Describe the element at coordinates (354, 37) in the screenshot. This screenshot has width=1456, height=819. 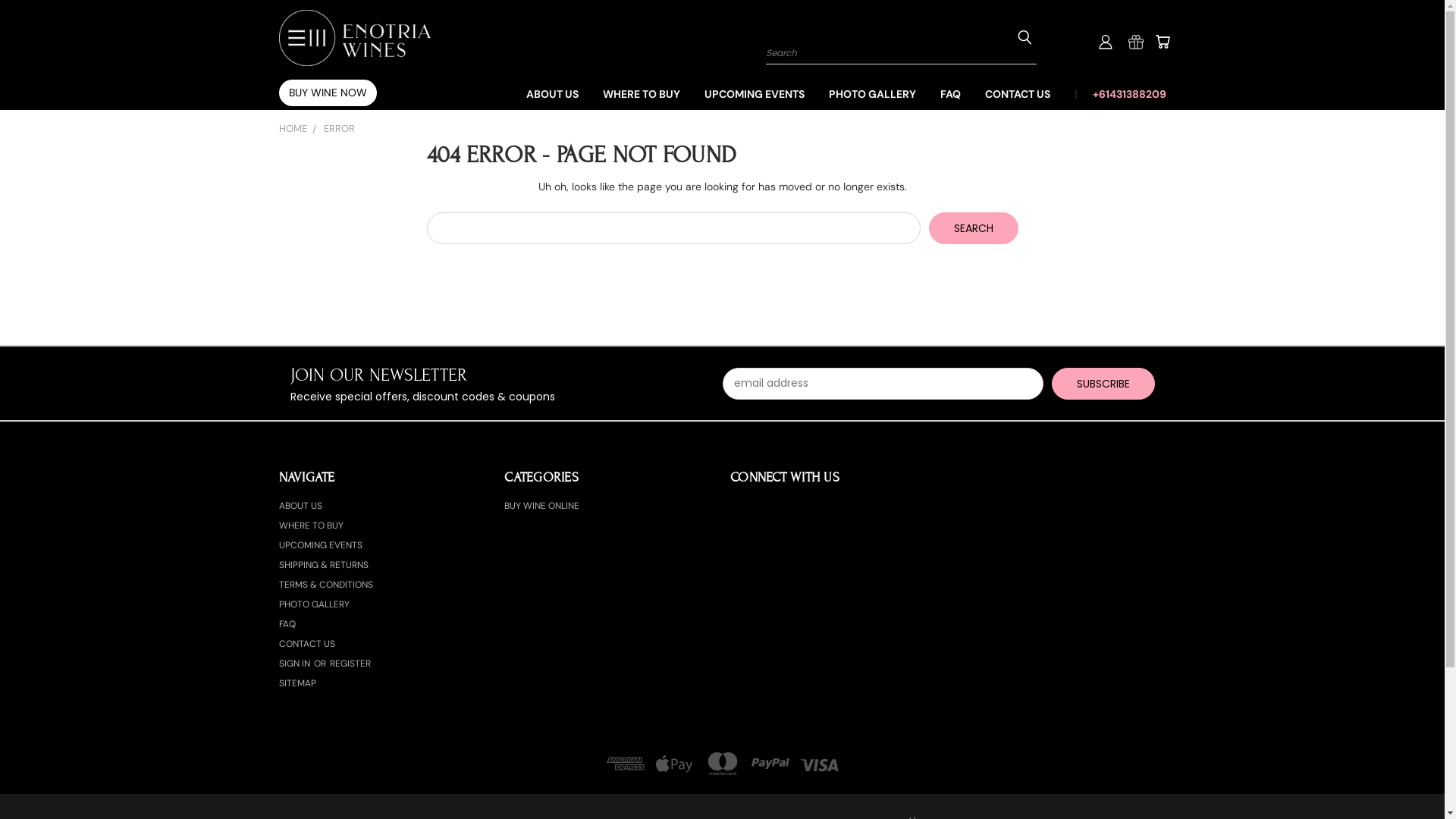
I see `'Enotria Wines'` at that location.